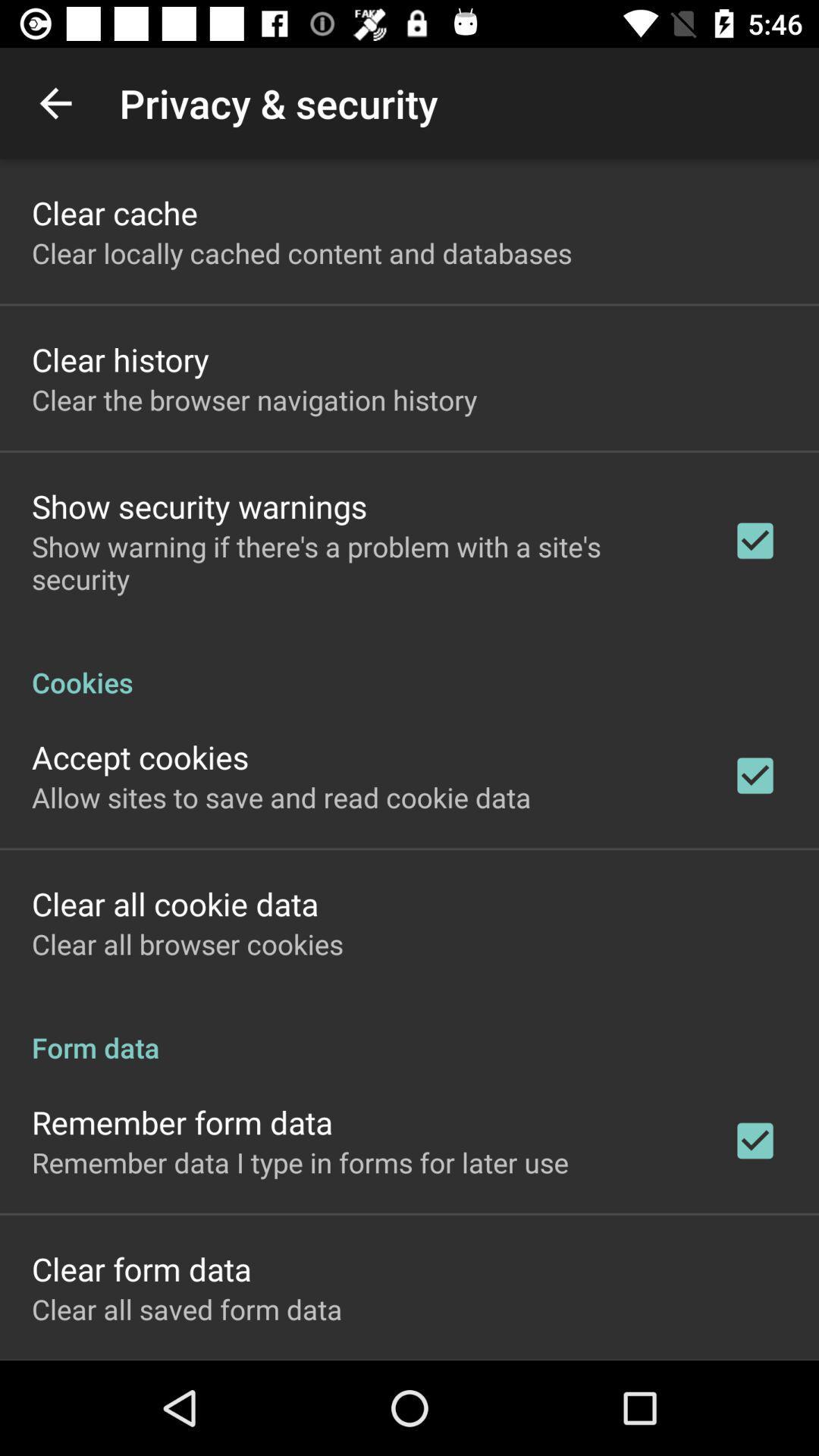 Image resolution: width=819 pixels, height=1456 pixels. What do you see at coordinates (281, 796) in the screenshot?
I see `the app below the accept cookies item` at bounding box center [281, 796].